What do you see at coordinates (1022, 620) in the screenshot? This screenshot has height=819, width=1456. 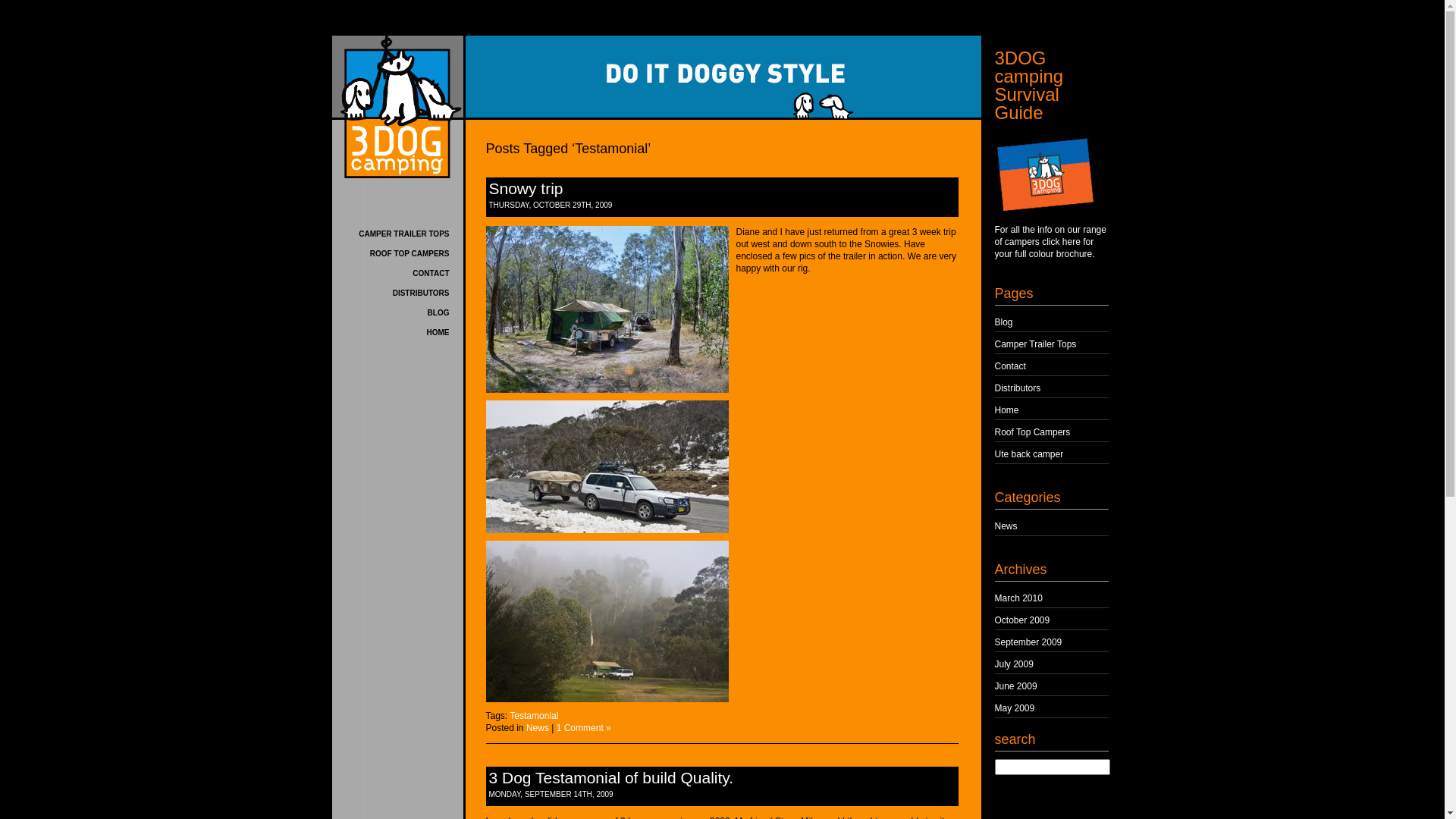 I see `'October 2009'` at bounding box center [1022, 620].